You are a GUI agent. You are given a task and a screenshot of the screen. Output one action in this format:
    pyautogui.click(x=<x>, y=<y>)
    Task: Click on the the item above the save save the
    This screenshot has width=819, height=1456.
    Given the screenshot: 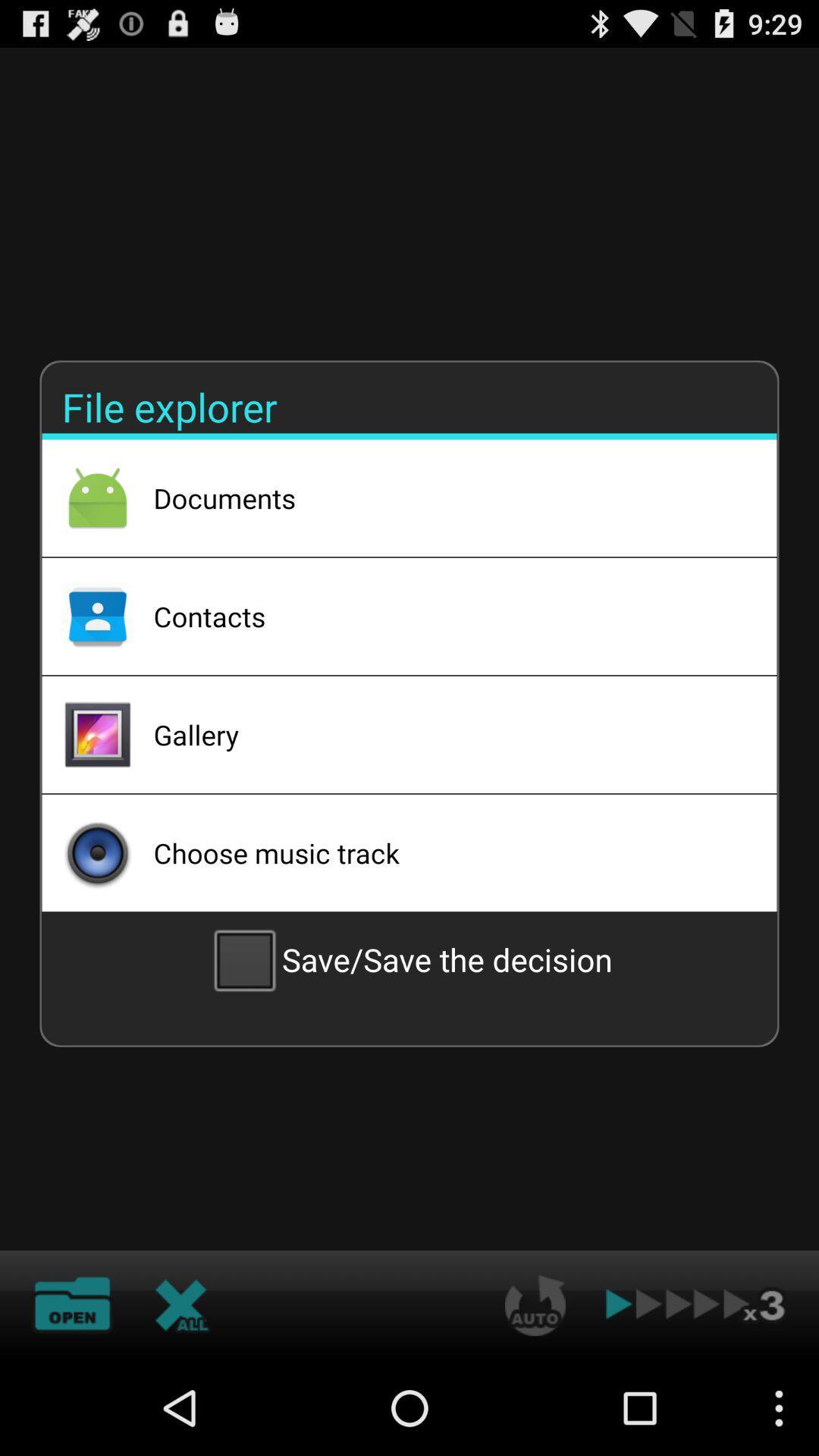 What is the action you would take?
    pyautogui.click(x=444, y=852)
    